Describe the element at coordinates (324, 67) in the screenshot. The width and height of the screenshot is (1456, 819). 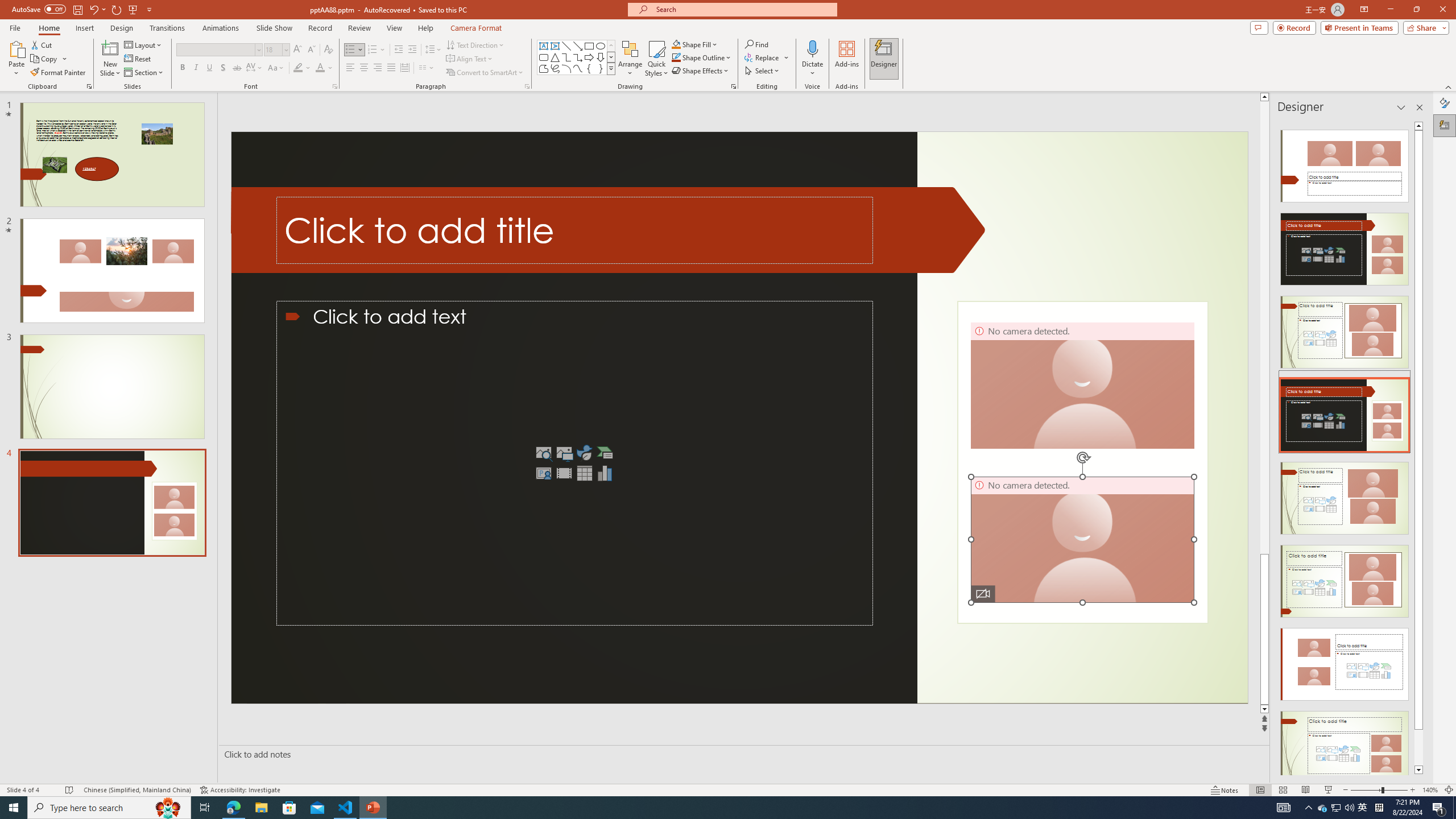
I see `'Font Color'` at that location.